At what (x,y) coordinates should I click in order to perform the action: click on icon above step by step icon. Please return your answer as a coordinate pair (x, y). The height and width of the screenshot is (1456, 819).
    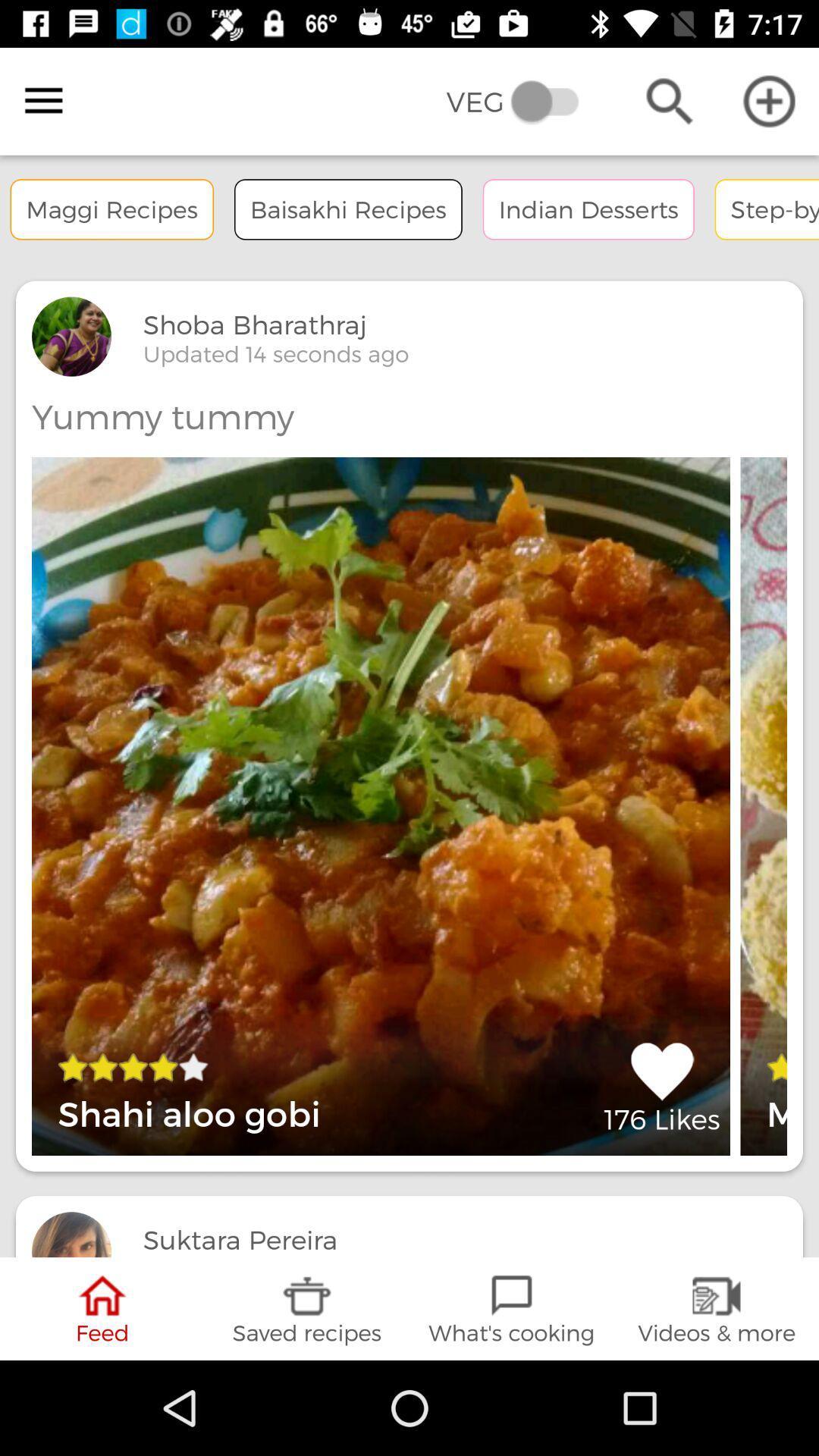
    Looking at the image, I should click on (769, 100).